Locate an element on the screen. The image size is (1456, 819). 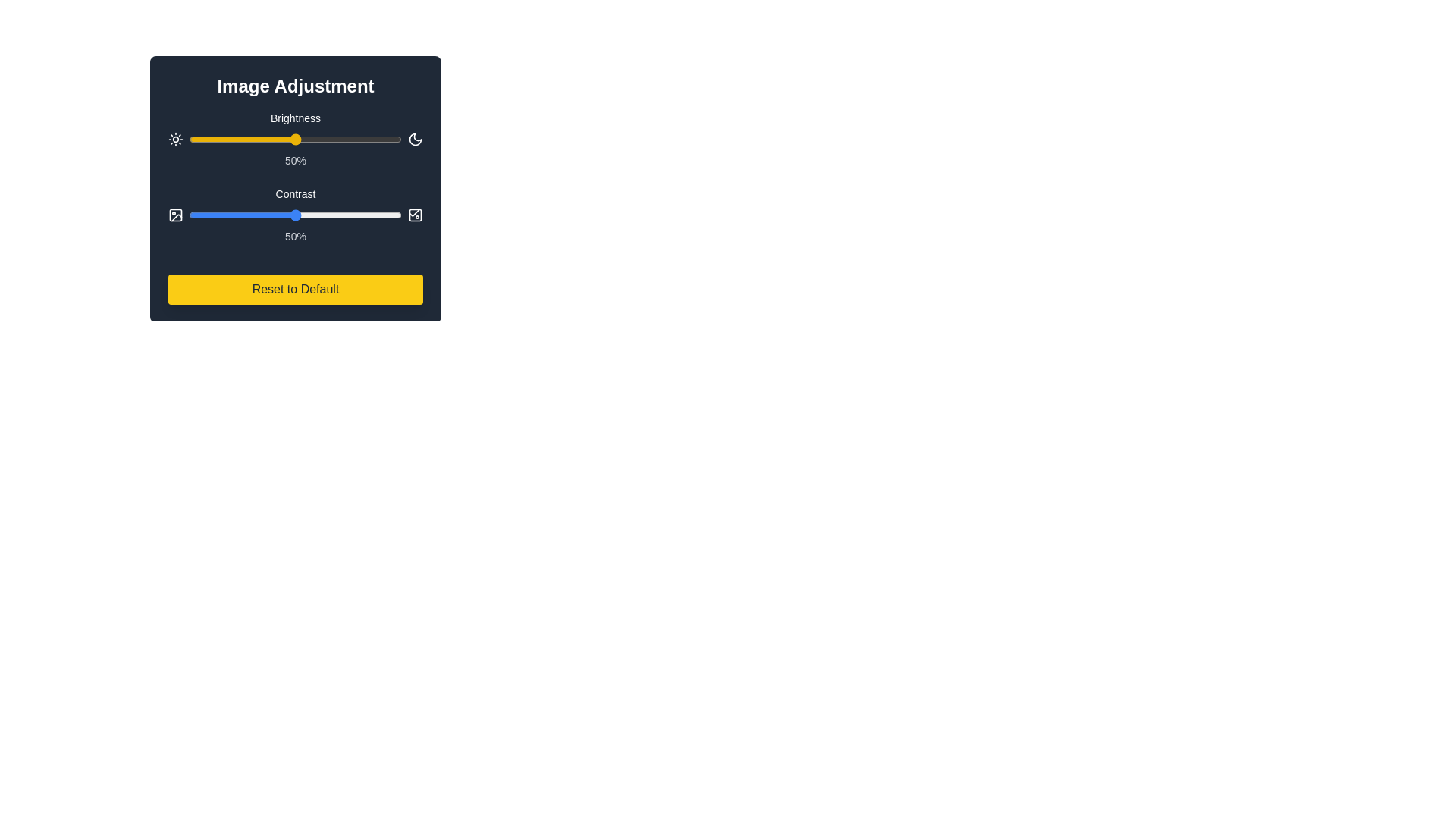
the brightness is located at coordinates (302, 140).